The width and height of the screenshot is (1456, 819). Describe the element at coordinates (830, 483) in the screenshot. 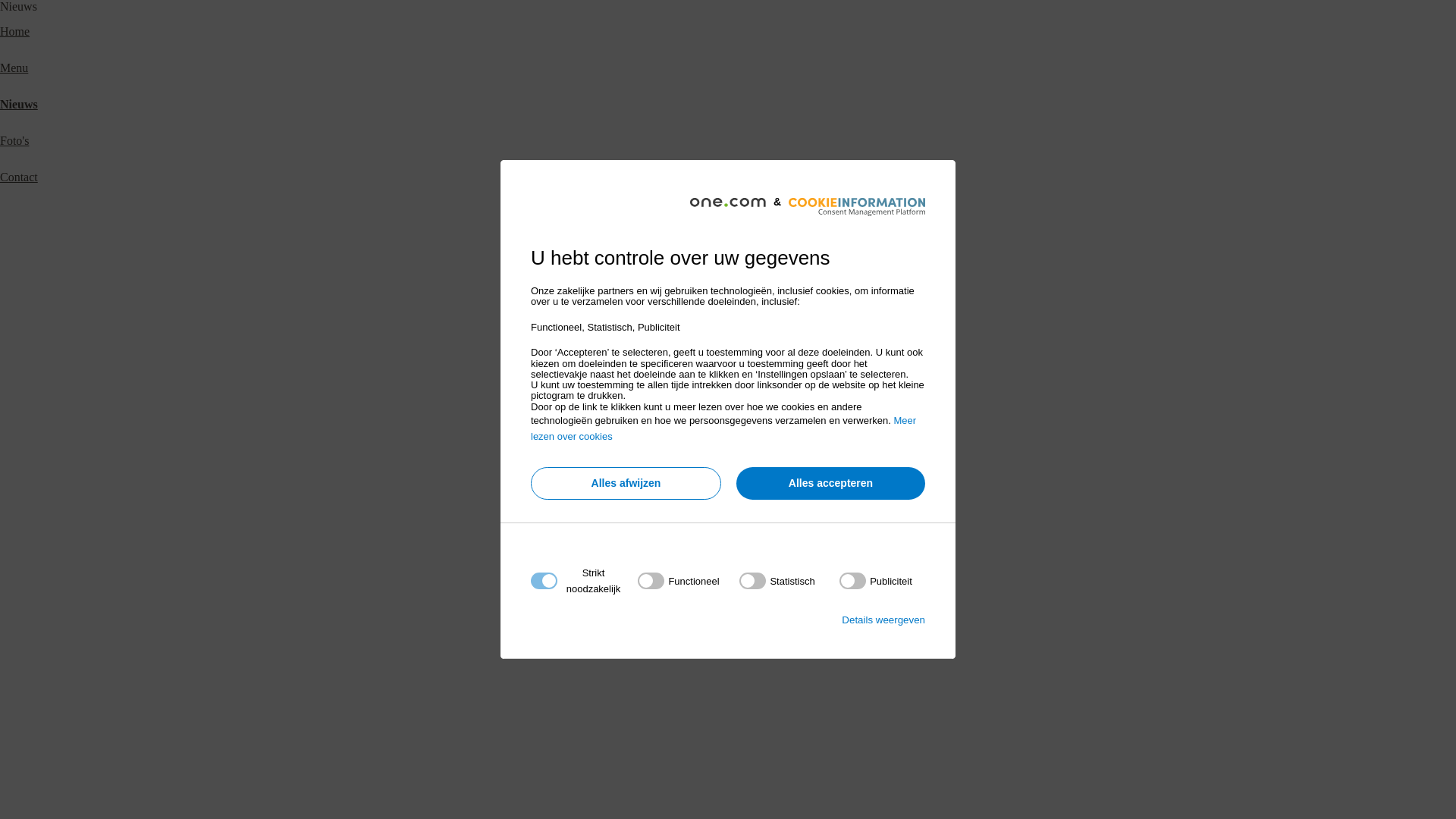

I see `'Alles accepteren'` at that location.